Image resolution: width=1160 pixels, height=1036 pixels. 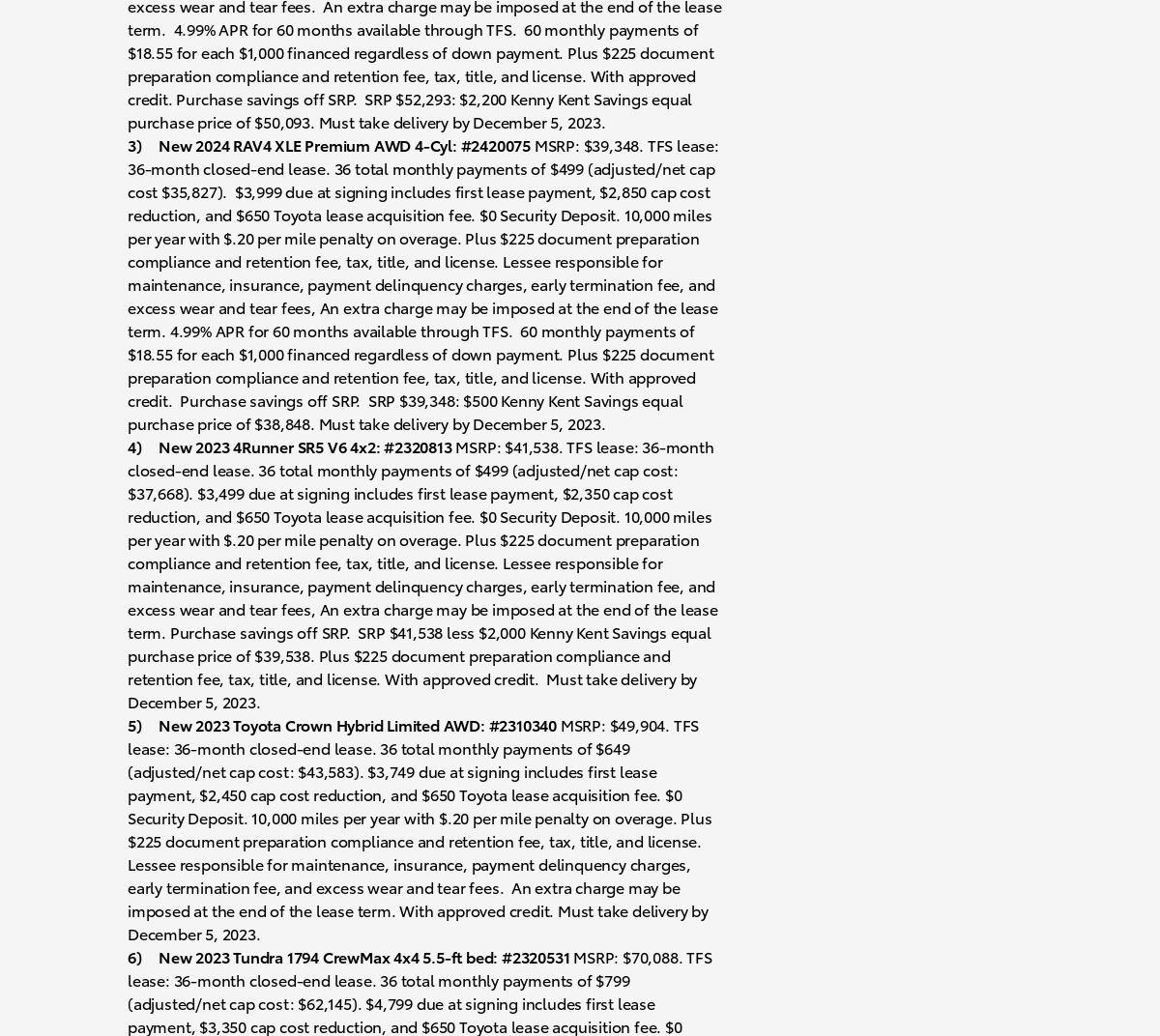 I want to click on 'MSRP: $41,538. TFS lease: 36-month closed-end lease. 36 total monthly payments of $499 (adjusted/net cap cost: $37,668). $3,499 due at signing includes first lease payment, $2,350 cap cost reduction, and $650 Toyota lease acquisition fee. $0 Security Deposit. 10,000 miles per year with $.20 per mile penalty on overage. Plus $225 document preparation compliance and retention fee, tax, title, and license. Lessee responsible for maintenance, insurance, payment delinquency charges, early termination fee, and excess wear and tear fees, An extra charge may be imposed at the end of the lease term. Purchase savings off SRP.  SRP $41,538 less $2,000 Kenny Kent Savings equal purchase price of $39,538. Plus $225 document preparation compliance and retention fee, tax, title, and license. With approved credit.  Must take delivery by December 5, 2023.', so click(x=422, y=571).